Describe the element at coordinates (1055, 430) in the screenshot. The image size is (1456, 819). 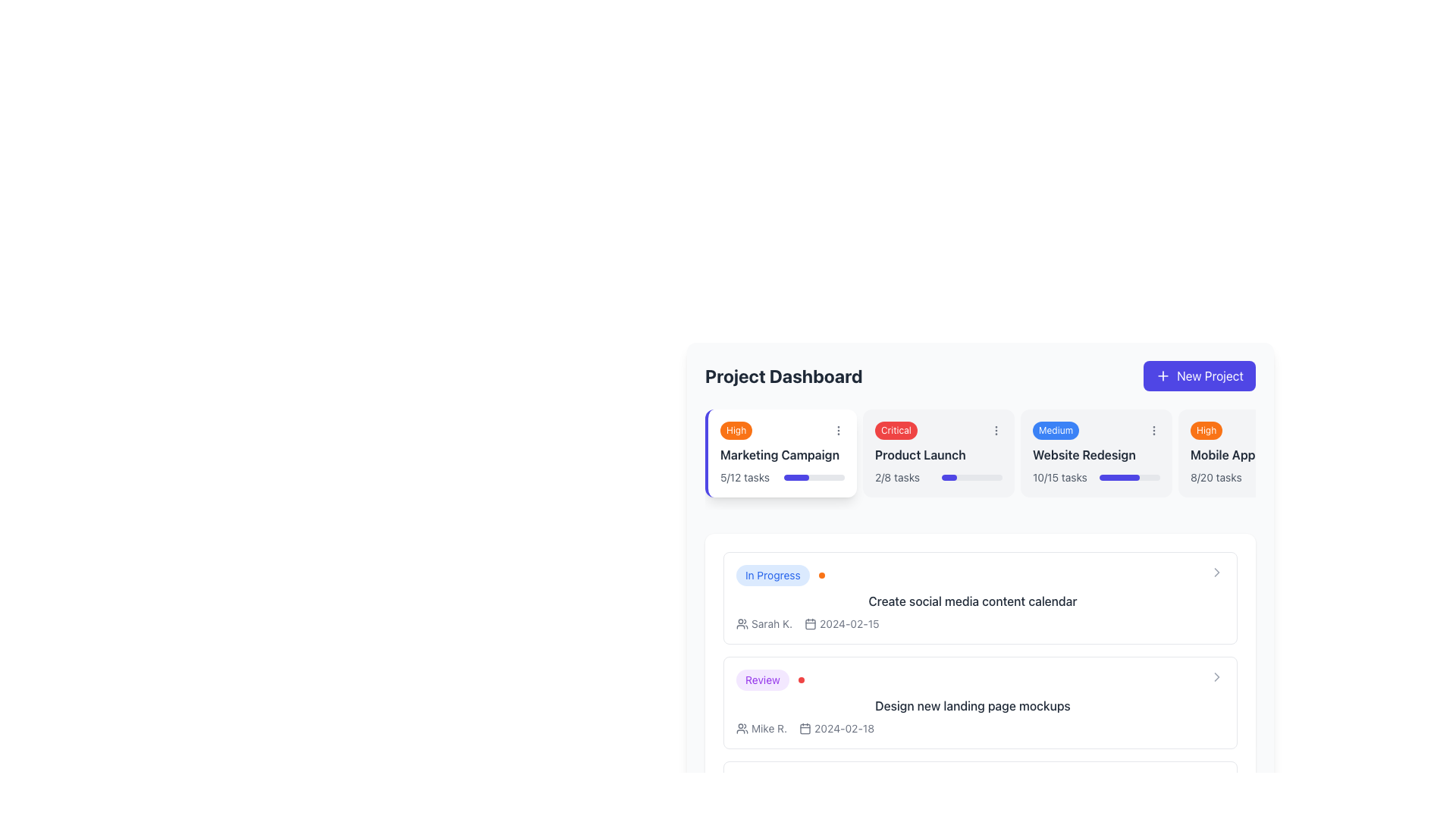
I see `the content of the pill-shaped button labeled 'Medium' with a blue background located at the top-right corner of the 'Website Redesign' card` at that location.